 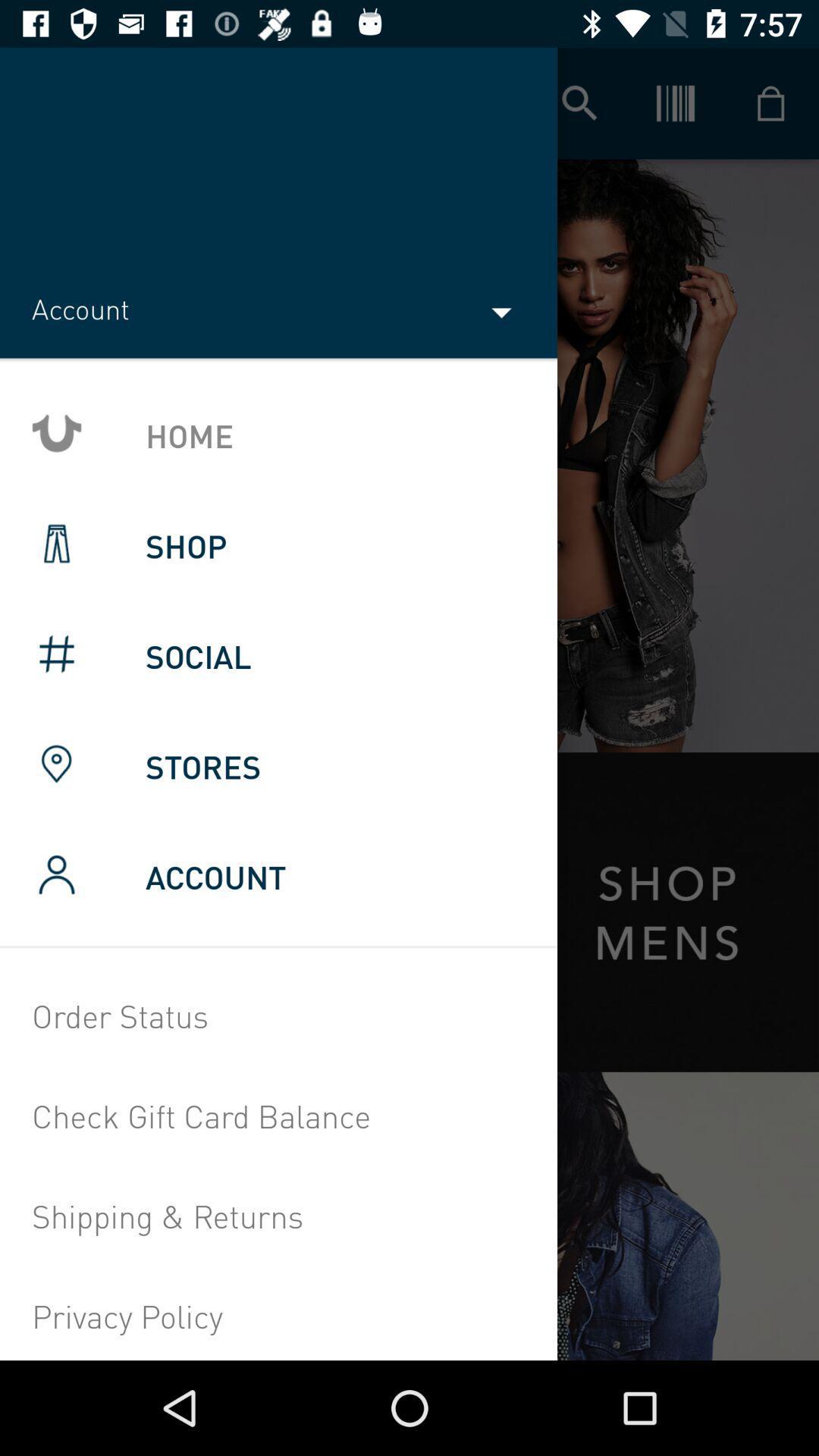 I want to click on cart icon on the top most right corner of the page, so click(x=771, y=103).